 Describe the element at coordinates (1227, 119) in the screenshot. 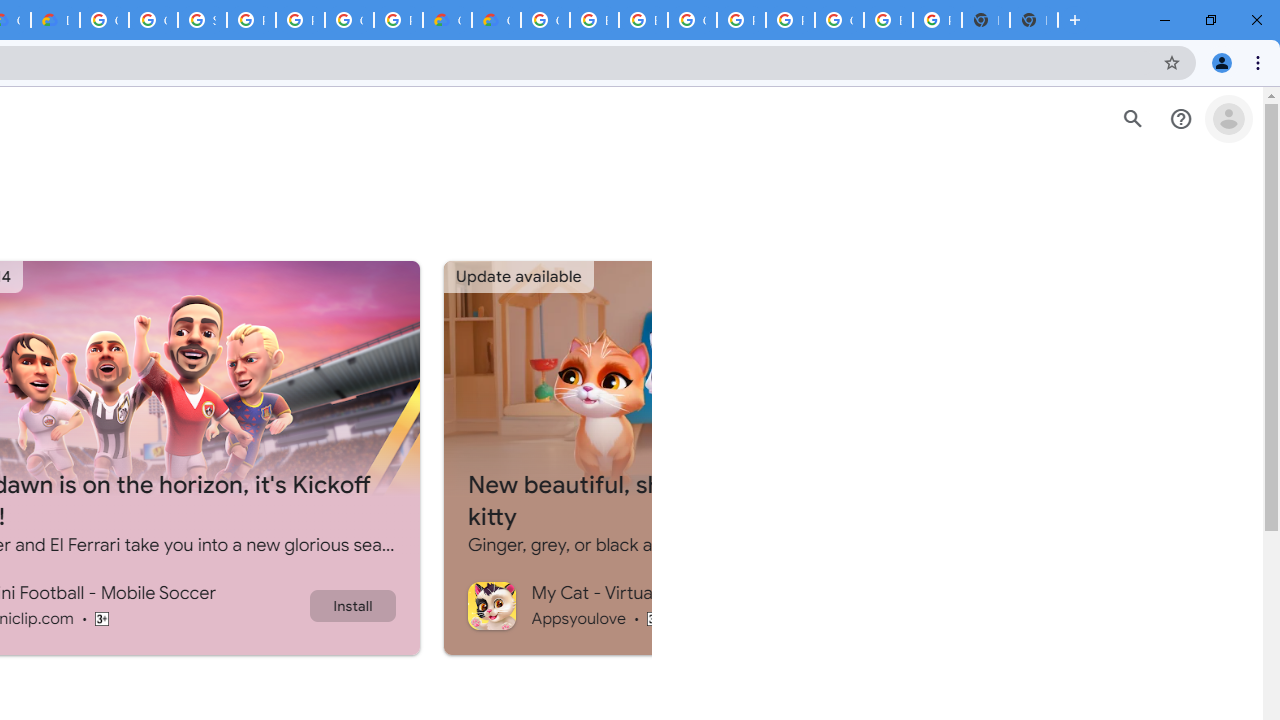

I see `'Open account menu'` at that location.